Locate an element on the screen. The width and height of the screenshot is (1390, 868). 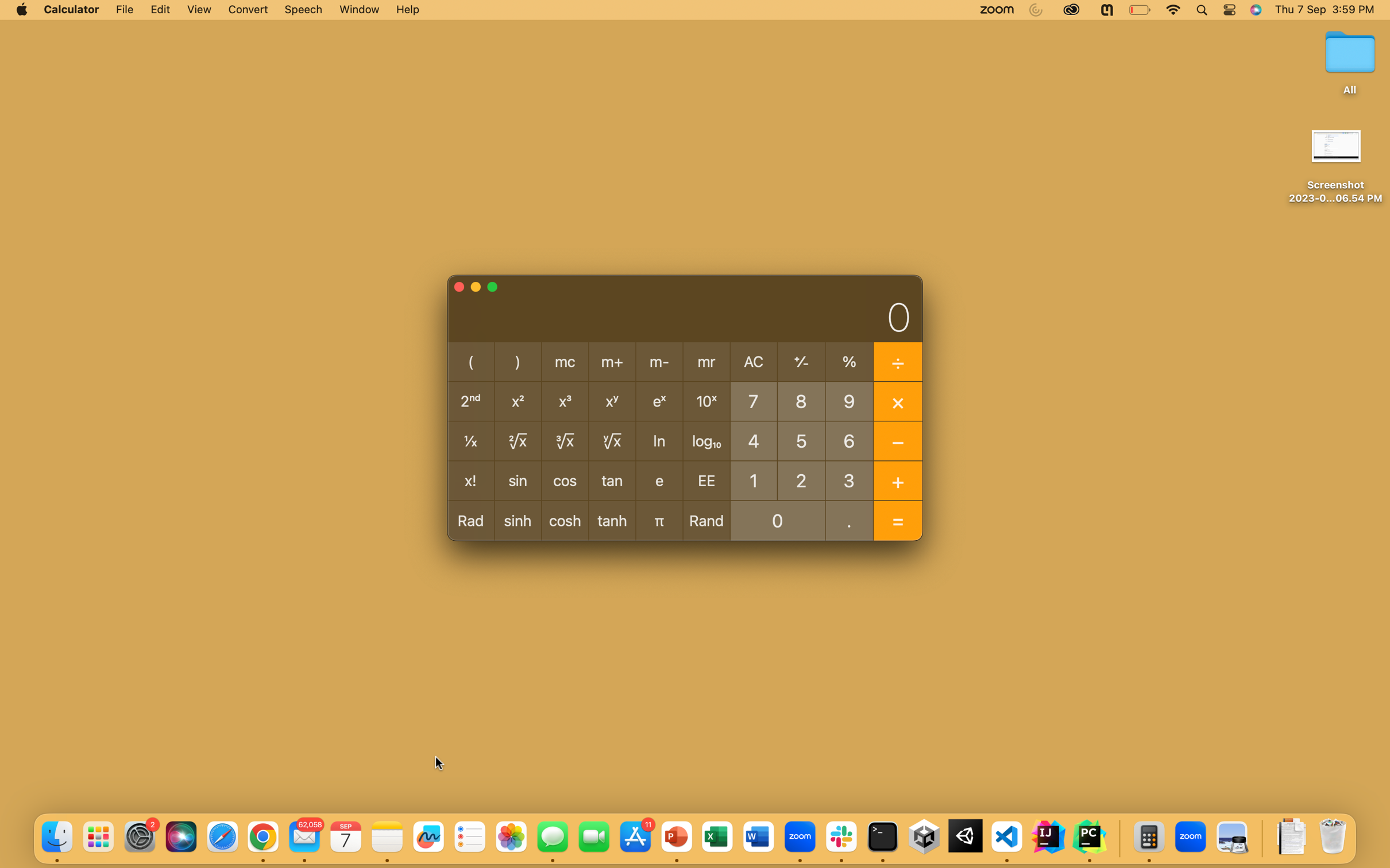
what you get by multiplying 3 and 4 is located at coordinates (850, 479).